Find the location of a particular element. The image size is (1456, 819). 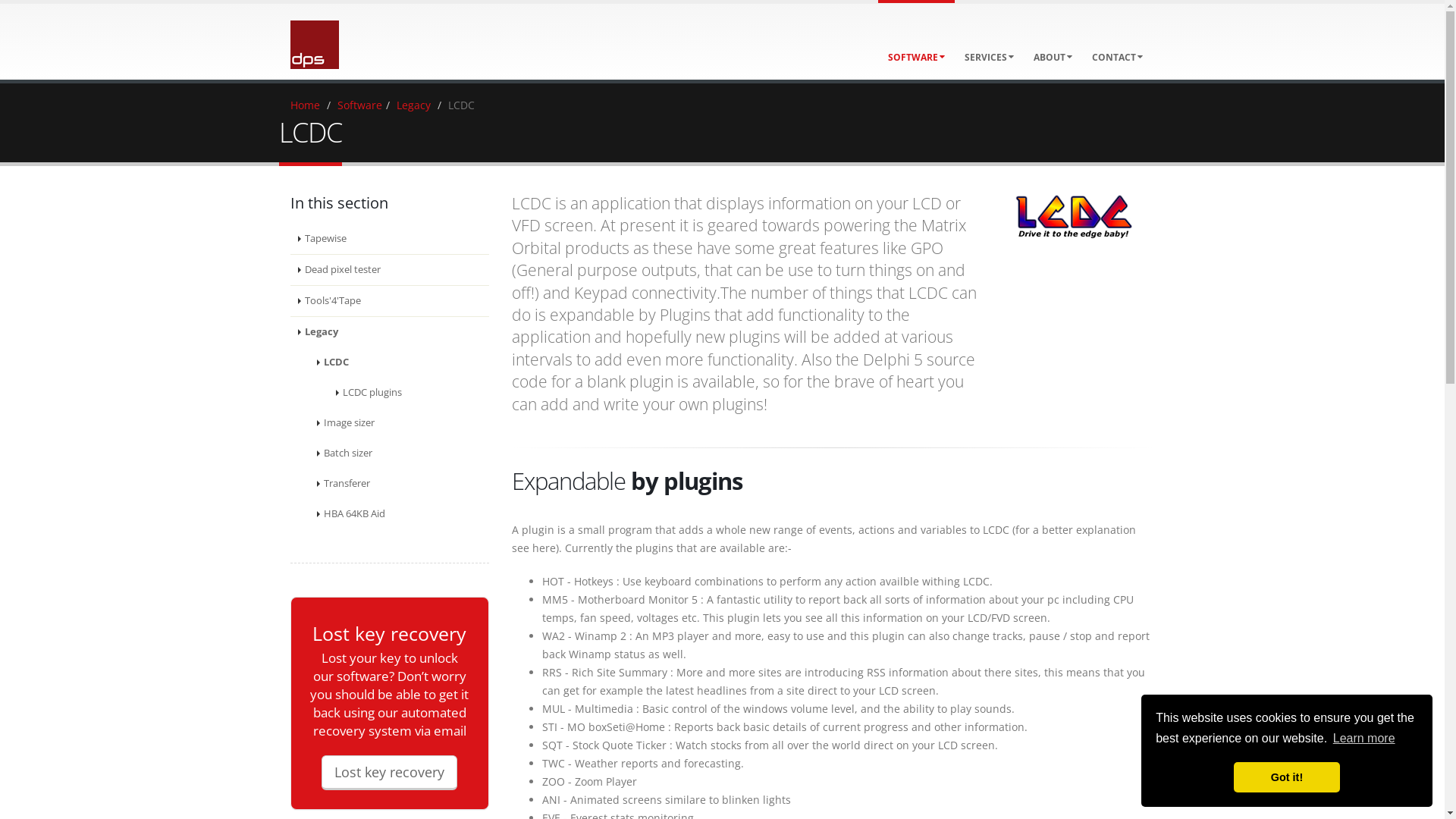

'Image sizer' is located at coordinates (309, 423).